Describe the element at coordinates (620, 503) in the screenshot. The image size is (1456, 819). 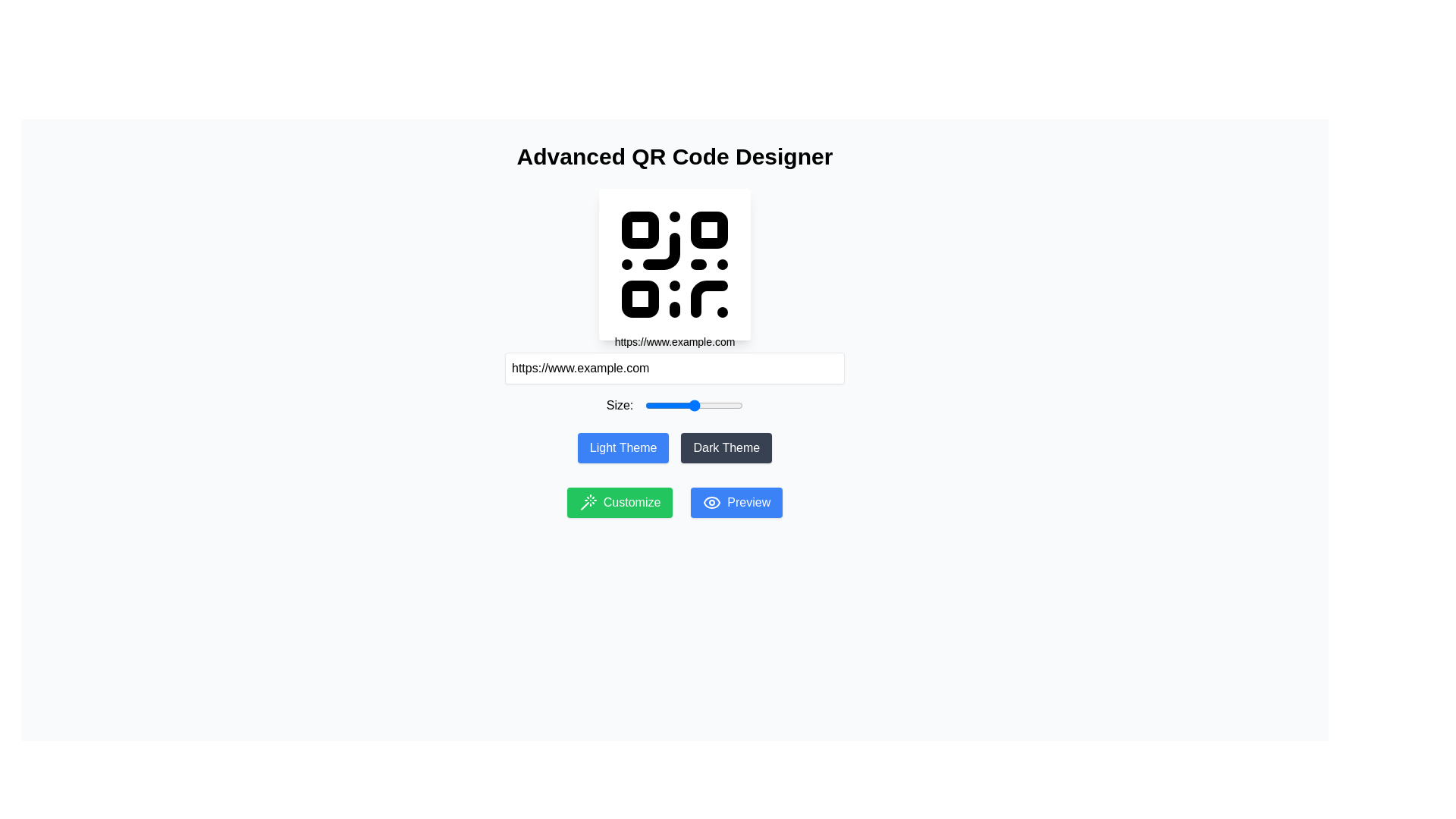
I see `the 'Customize' button located in the center-lower part of the interface, directly to the left of the 'Preview' button` at that location.